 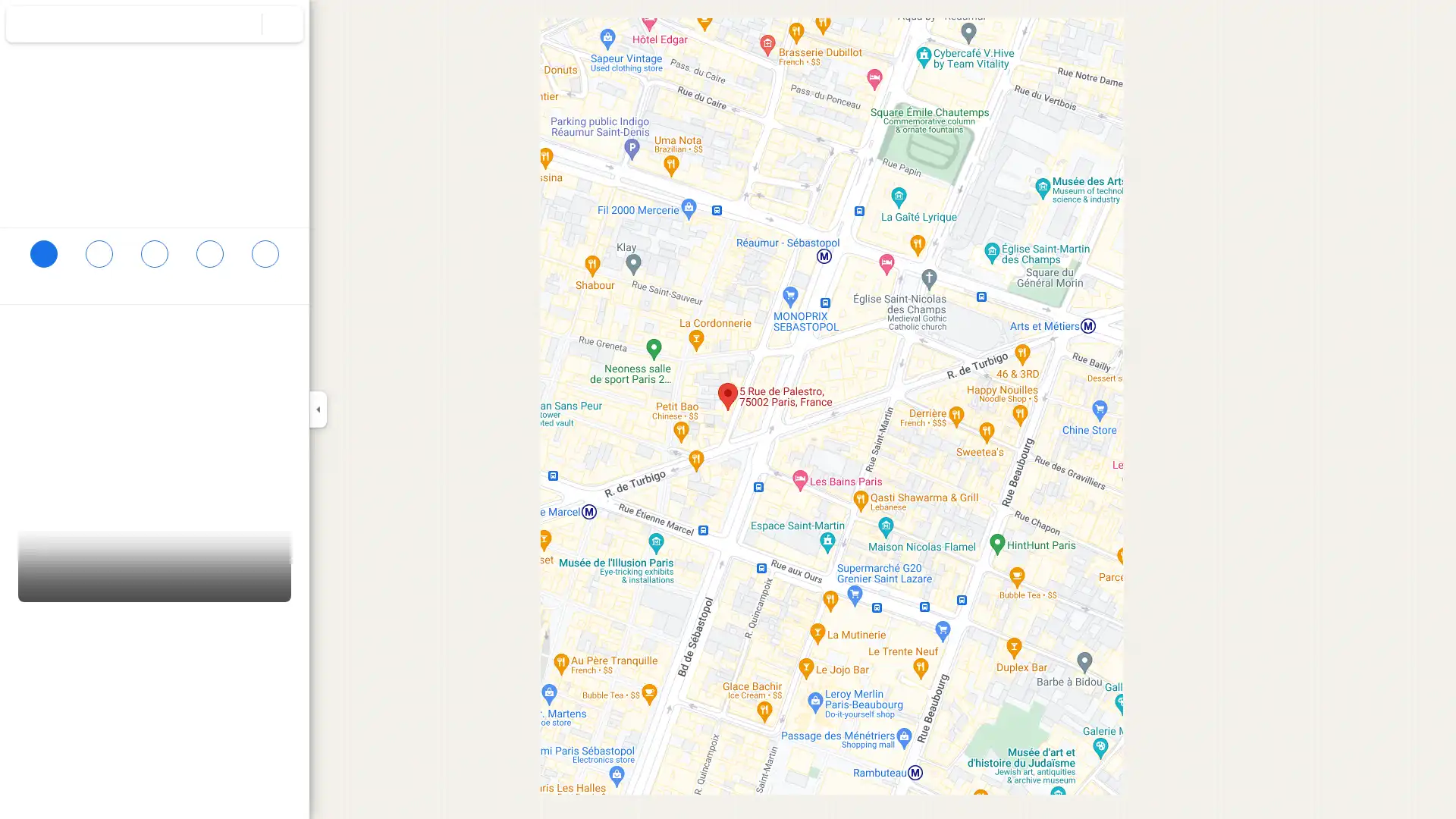 What do you see at coordinates (27, 26) in the screenshot?
I see `Menu` at bounding box center [27, 26].